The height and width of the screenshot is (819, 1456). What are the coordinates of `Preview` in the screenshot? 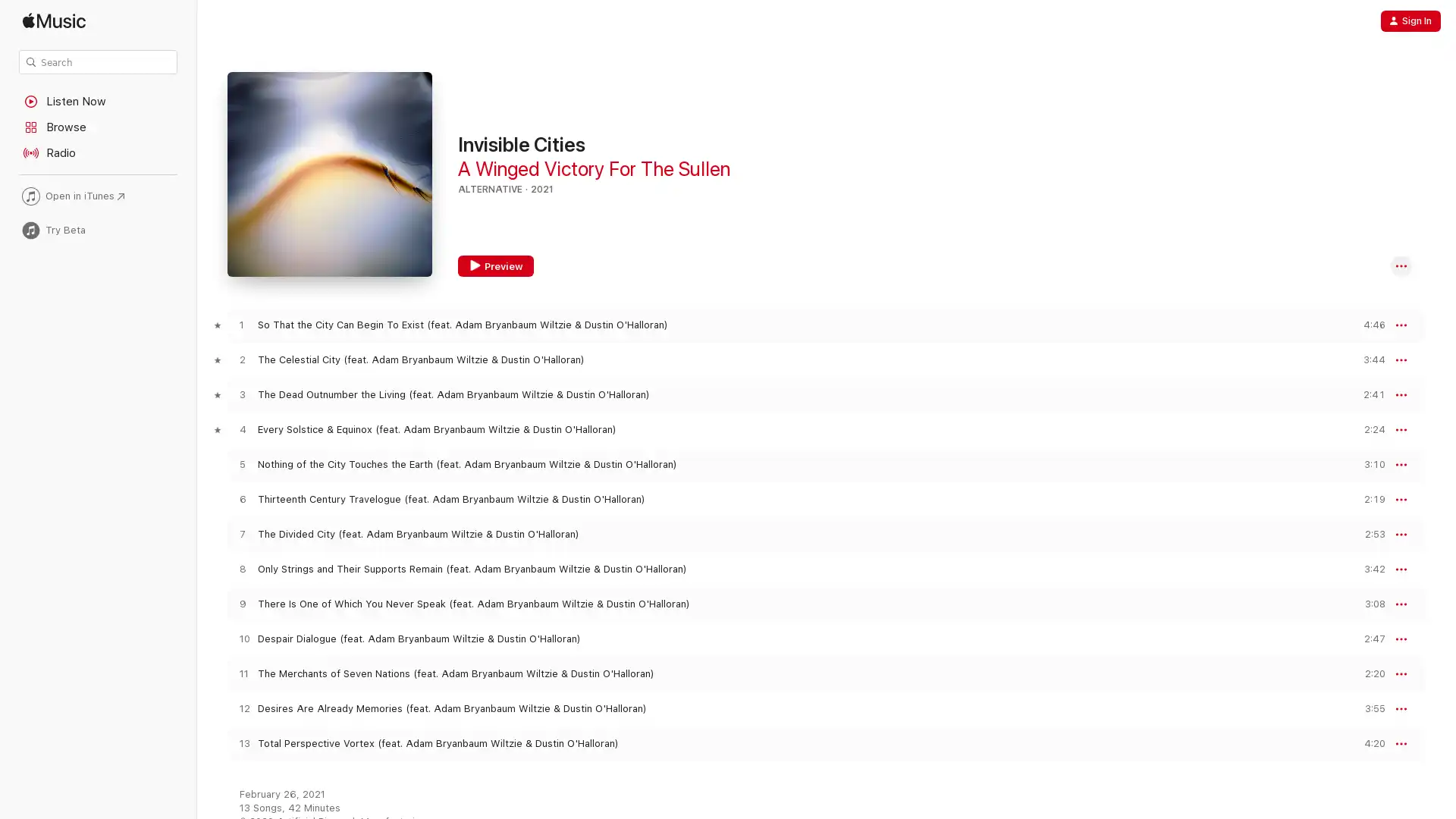 It's located at (1368, 359).